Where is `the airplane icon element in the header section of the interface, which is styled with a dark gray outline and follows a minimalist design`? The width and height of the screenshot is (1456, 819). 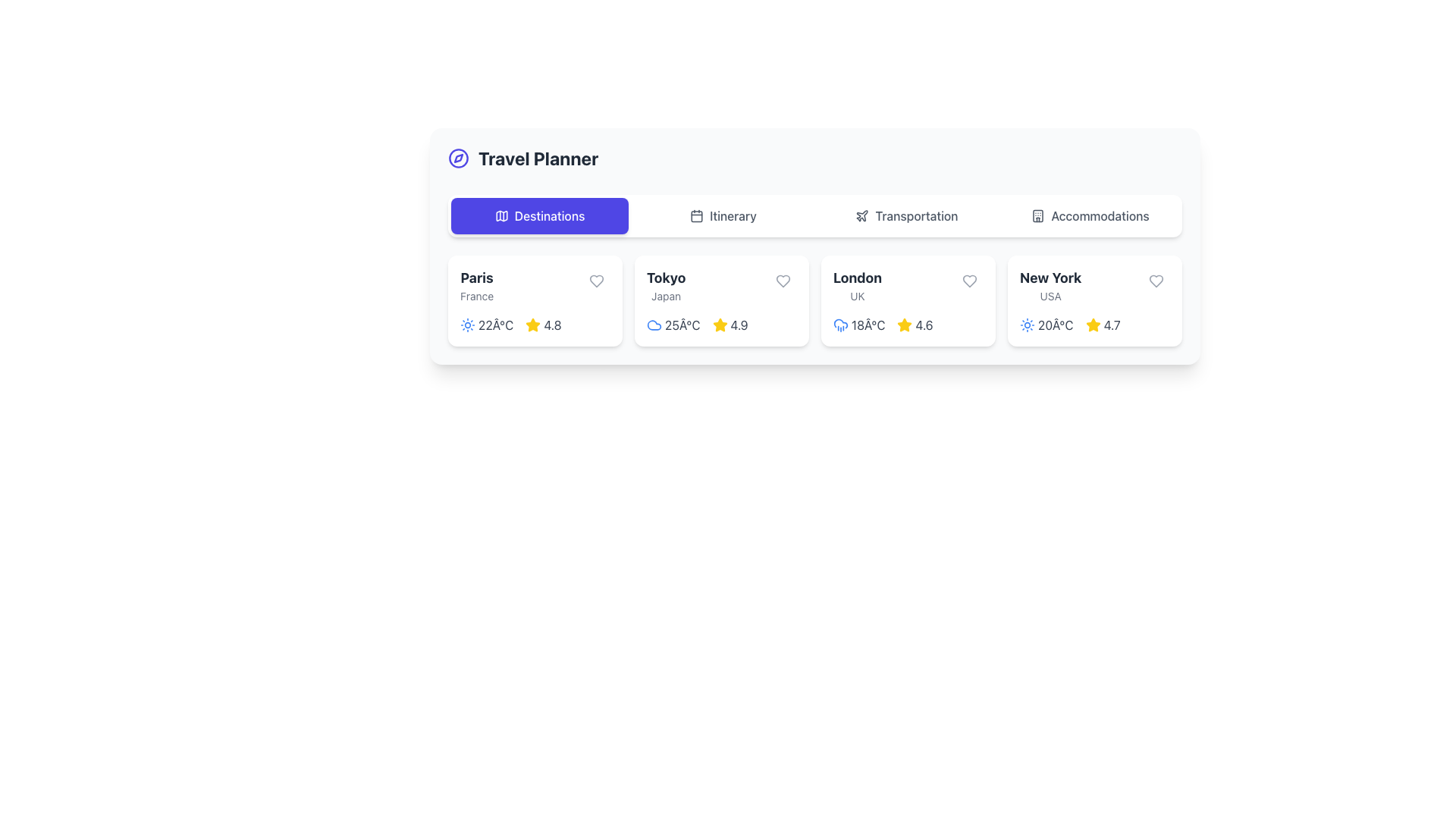 the airplane icon element in the header section of the interface, which is styled with a dark gray outline and follows a minimalist design is located at coordinates (862, 215).